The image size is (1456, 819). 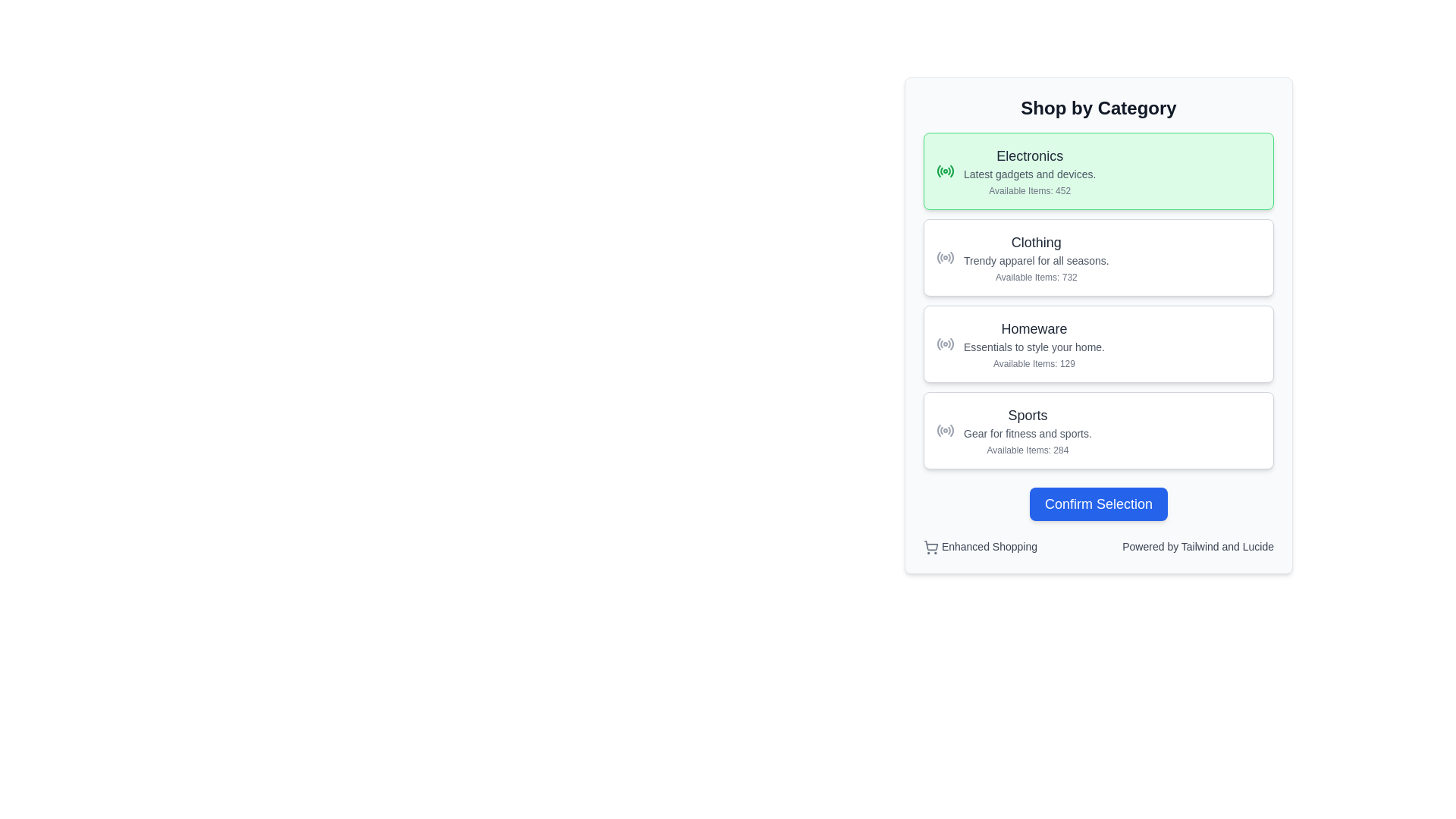 I want to click on the grayish circular radio-like icon representing the speaker or radio wave, located on the line item labeled 'Sports' in the 'Shop by Category' section, so click(x=945, y=430).